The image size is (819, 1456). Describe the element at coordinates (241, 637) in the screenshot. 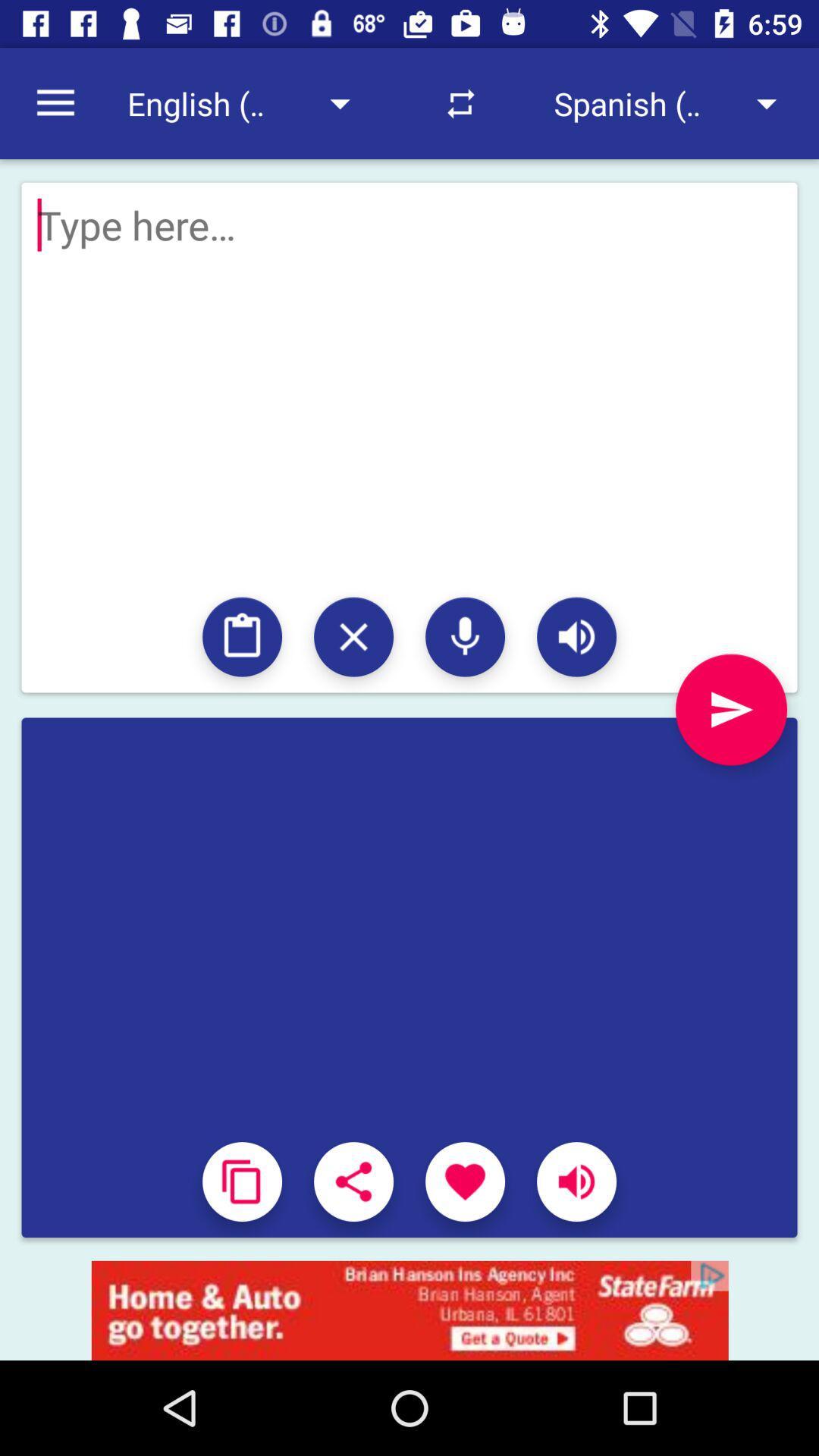

I see `access clipboard` at that location.